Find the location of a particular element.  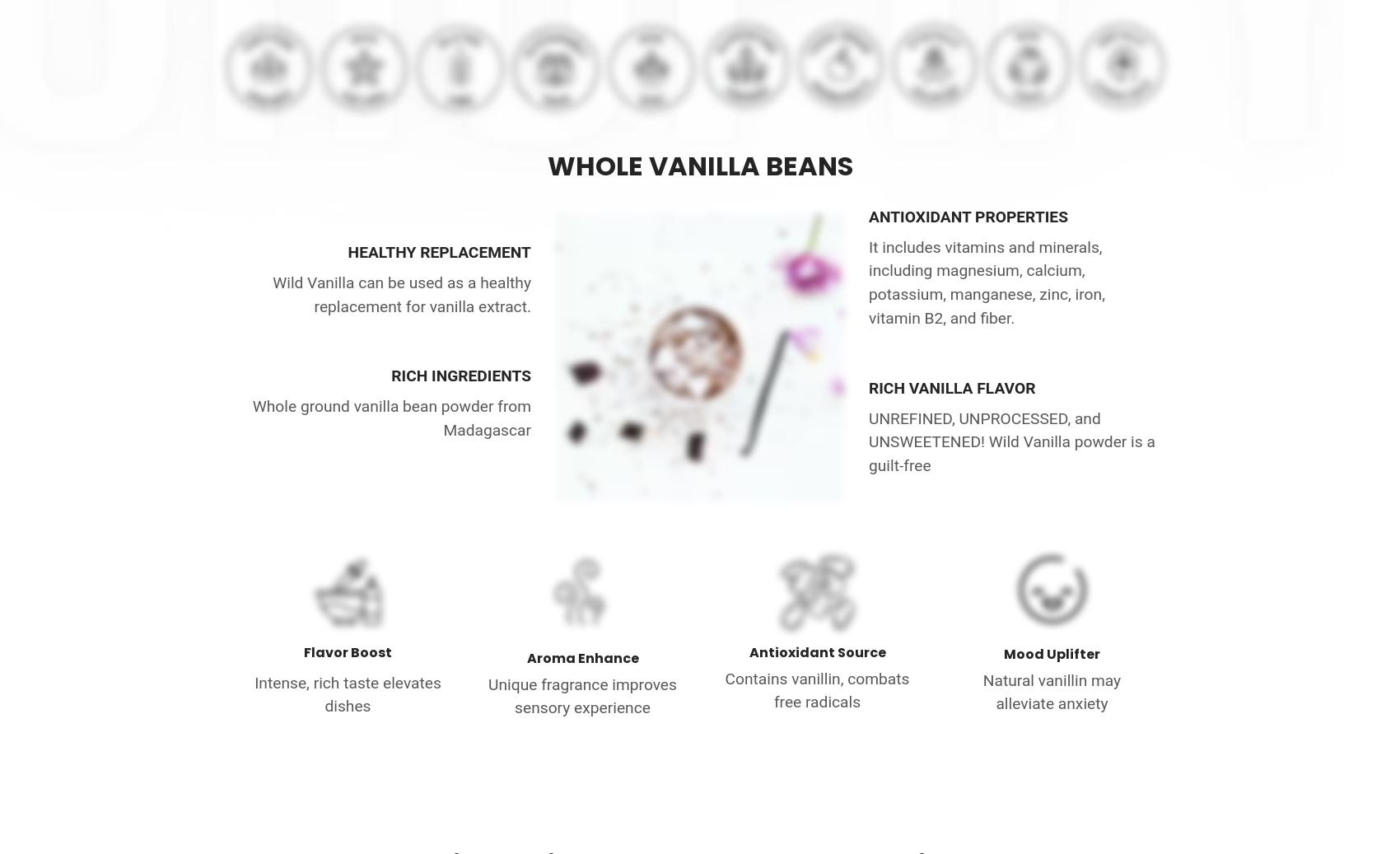

'It includes vitamins and minerals, including magnesium, calcium, potassium, manganese, zinc, iron, vitamin B2, and fiber.' is located at coordinates (985, 281).